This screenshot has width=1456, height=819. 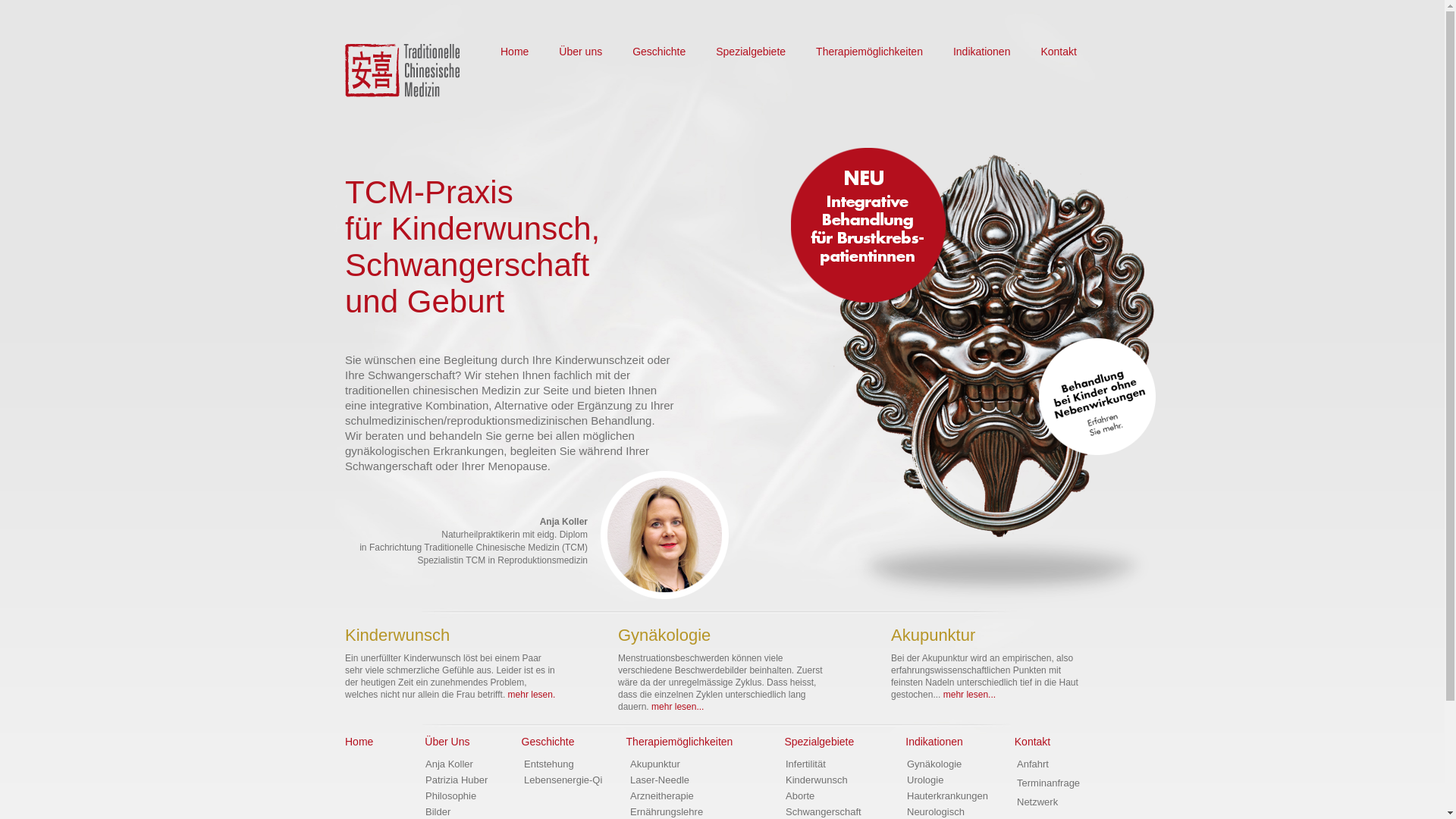 I want to click on 'Schwangerschaft', so click(x=822, y=811).